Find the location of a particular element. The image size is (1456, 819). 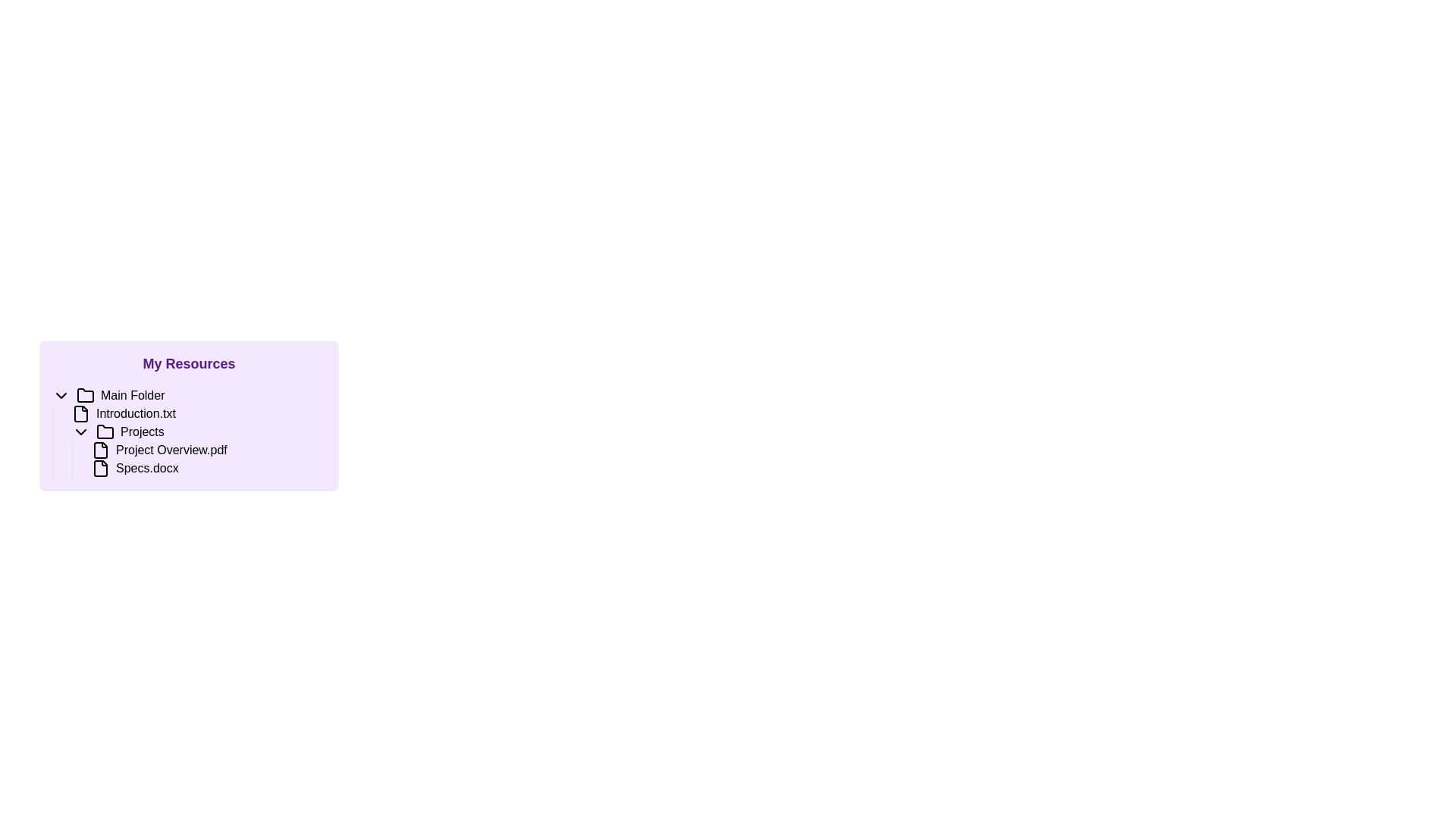

the icon representing the document 'Introduction.txt' located in the 'My Resources' folder is located at coordinates (80, 414).